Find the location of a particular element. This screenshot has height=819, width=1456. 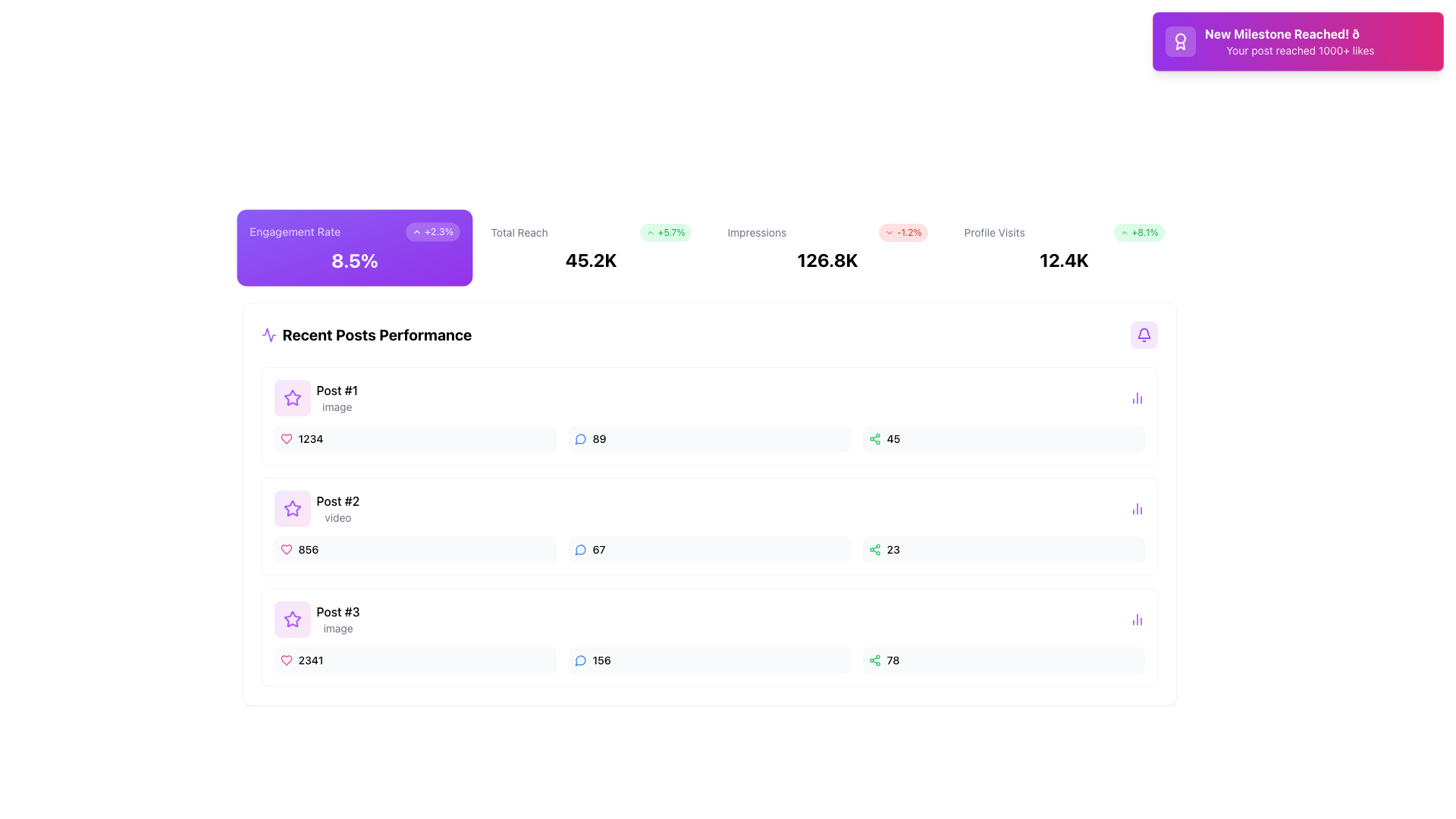

the static text label that specifies the content type 'image' associated with Post #3, located in the 'Recent Posts Performance' section is located at coordinates (337, 629).